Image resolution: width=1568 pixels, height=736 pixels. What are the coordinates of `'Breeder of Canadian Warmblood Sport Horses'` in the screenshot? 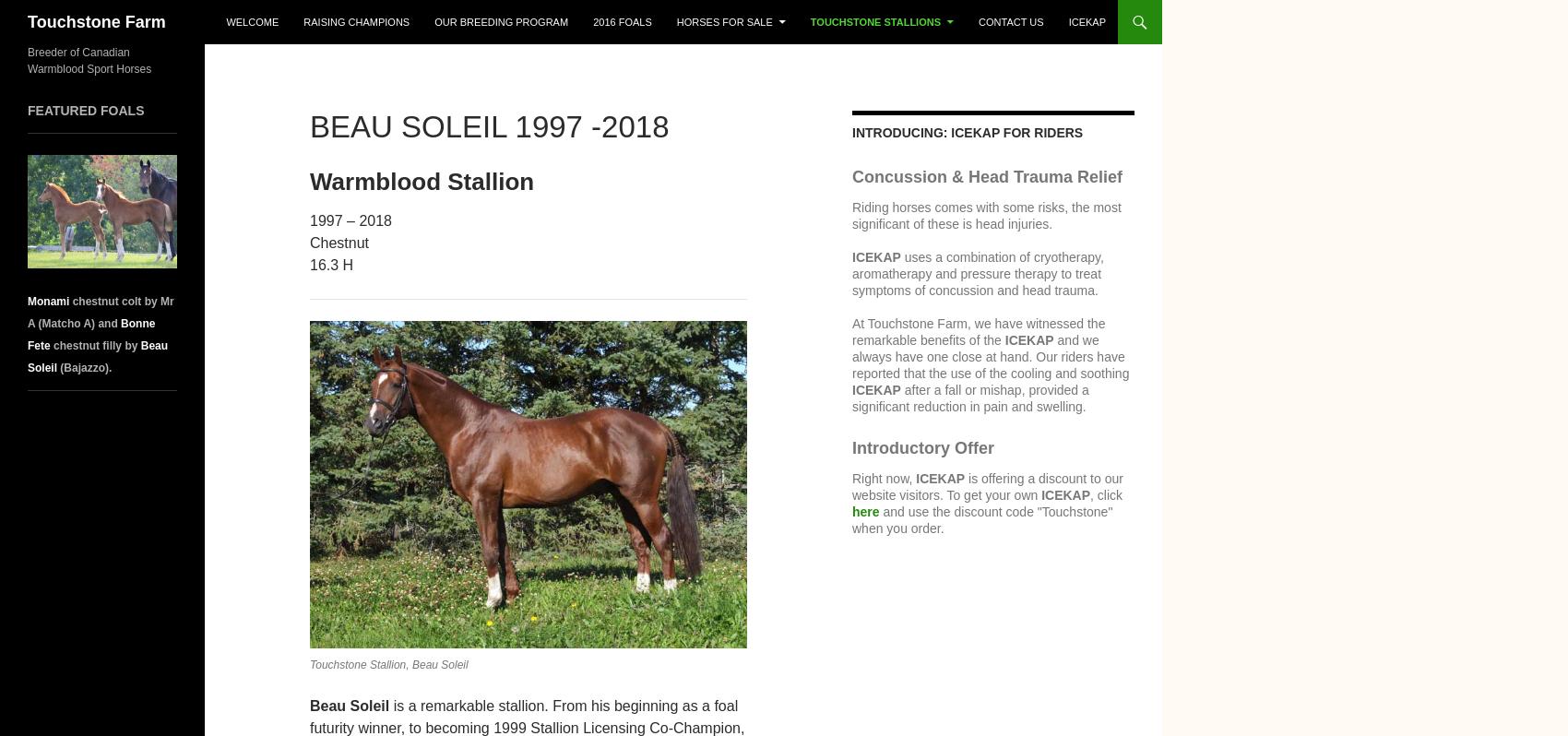 It's located at (89, 59).